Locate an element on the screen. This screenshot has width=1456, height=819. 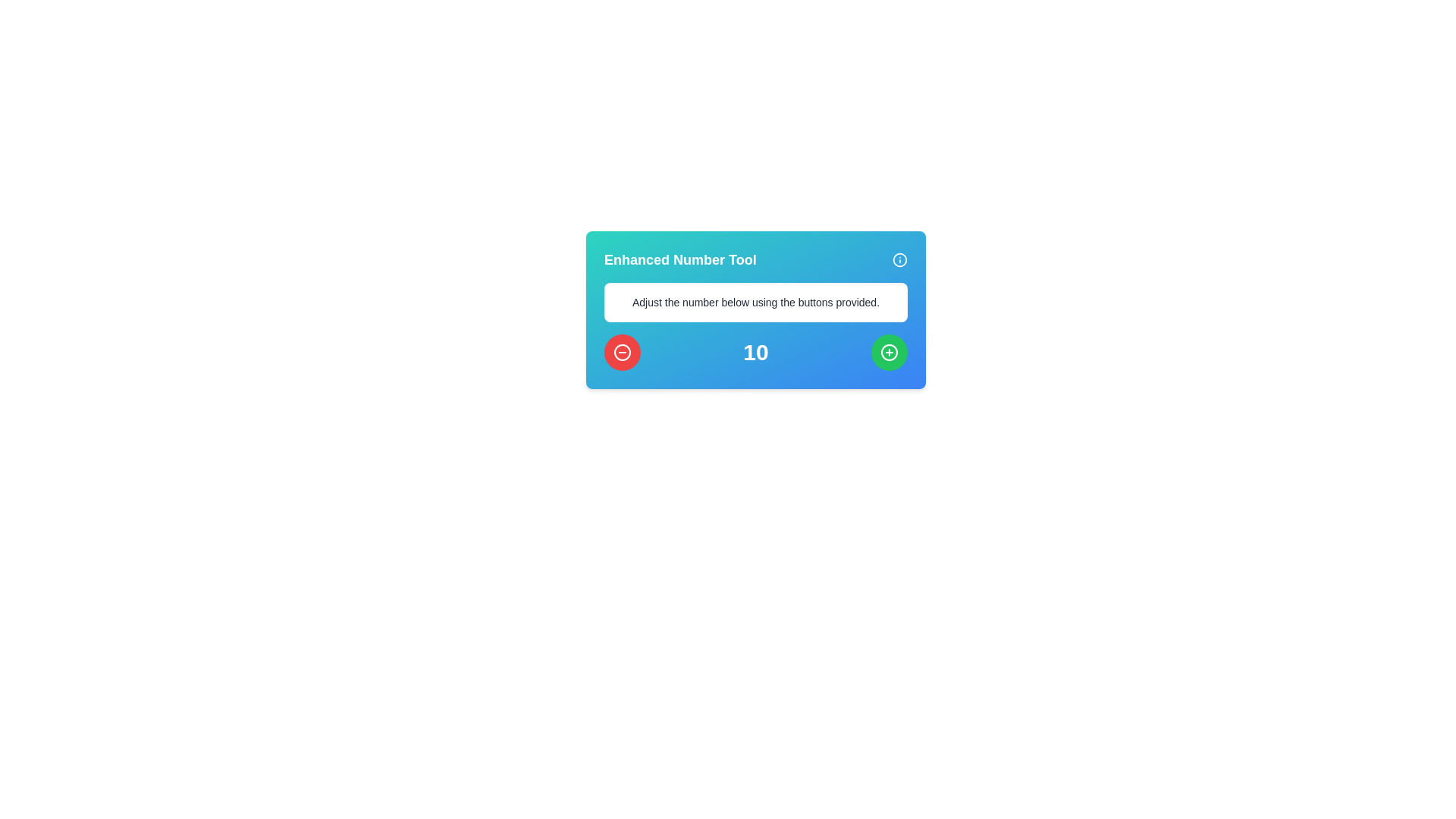
the plus-circle icon by clicking on the circular SVG boundary element located directly to the right of the number '10' is located at coordinates (889, 353).